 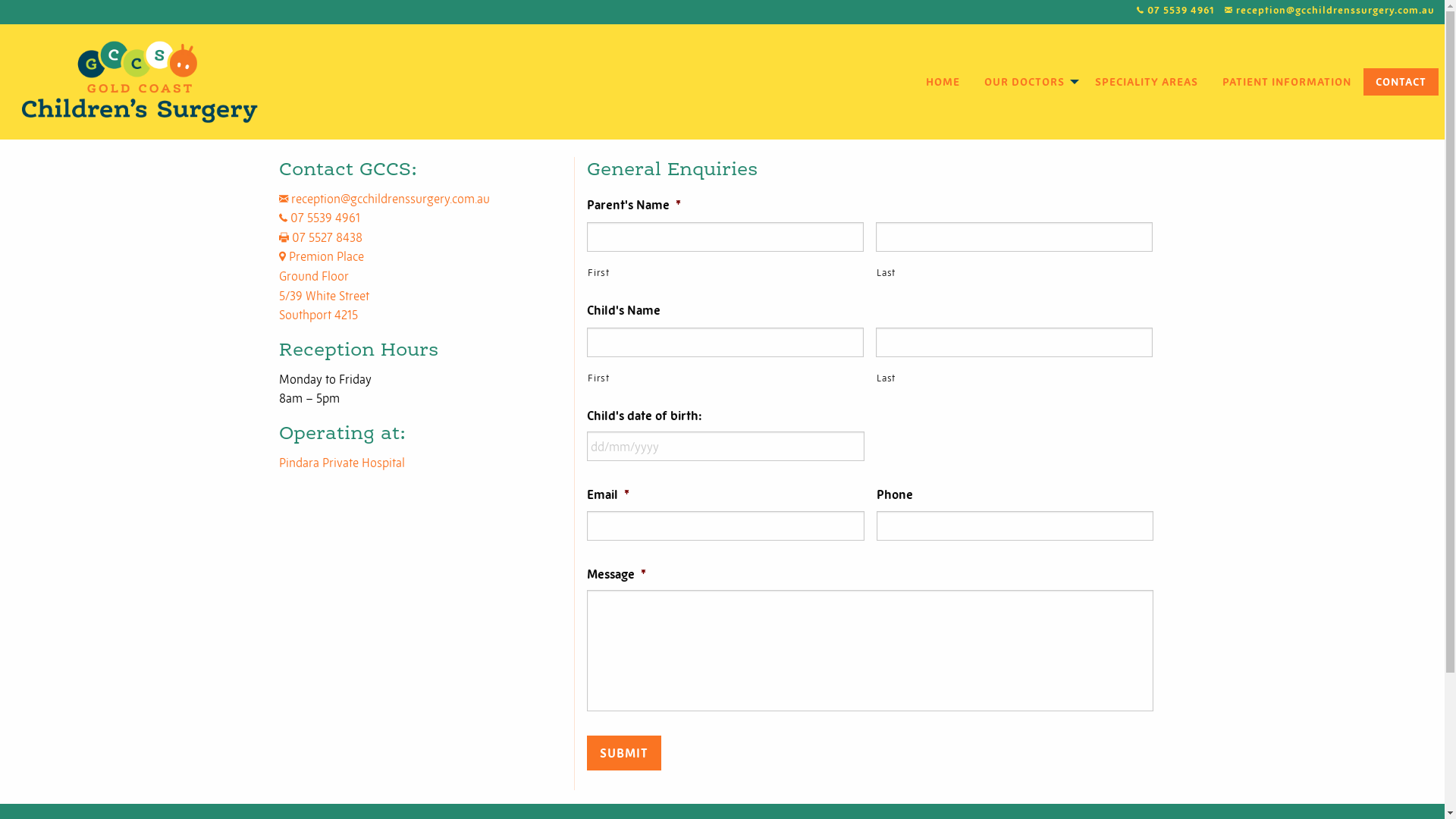 I want to click on 'HOME', so click(x=942, y=82).